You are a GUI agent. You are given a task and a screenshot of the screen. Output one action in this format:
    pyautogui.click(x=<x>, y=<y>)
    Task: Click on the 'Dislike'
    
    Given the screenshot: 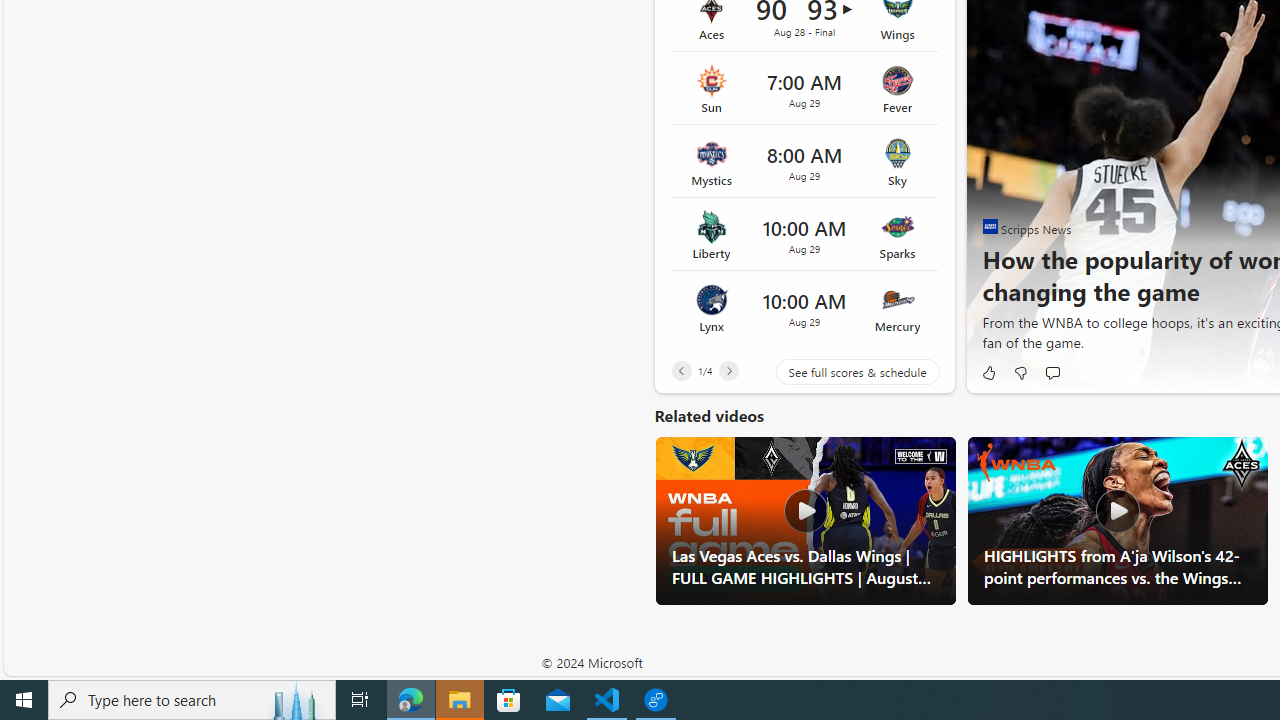 What is the action you would take?
    pyautogui.click(x=1020, y=372)
    